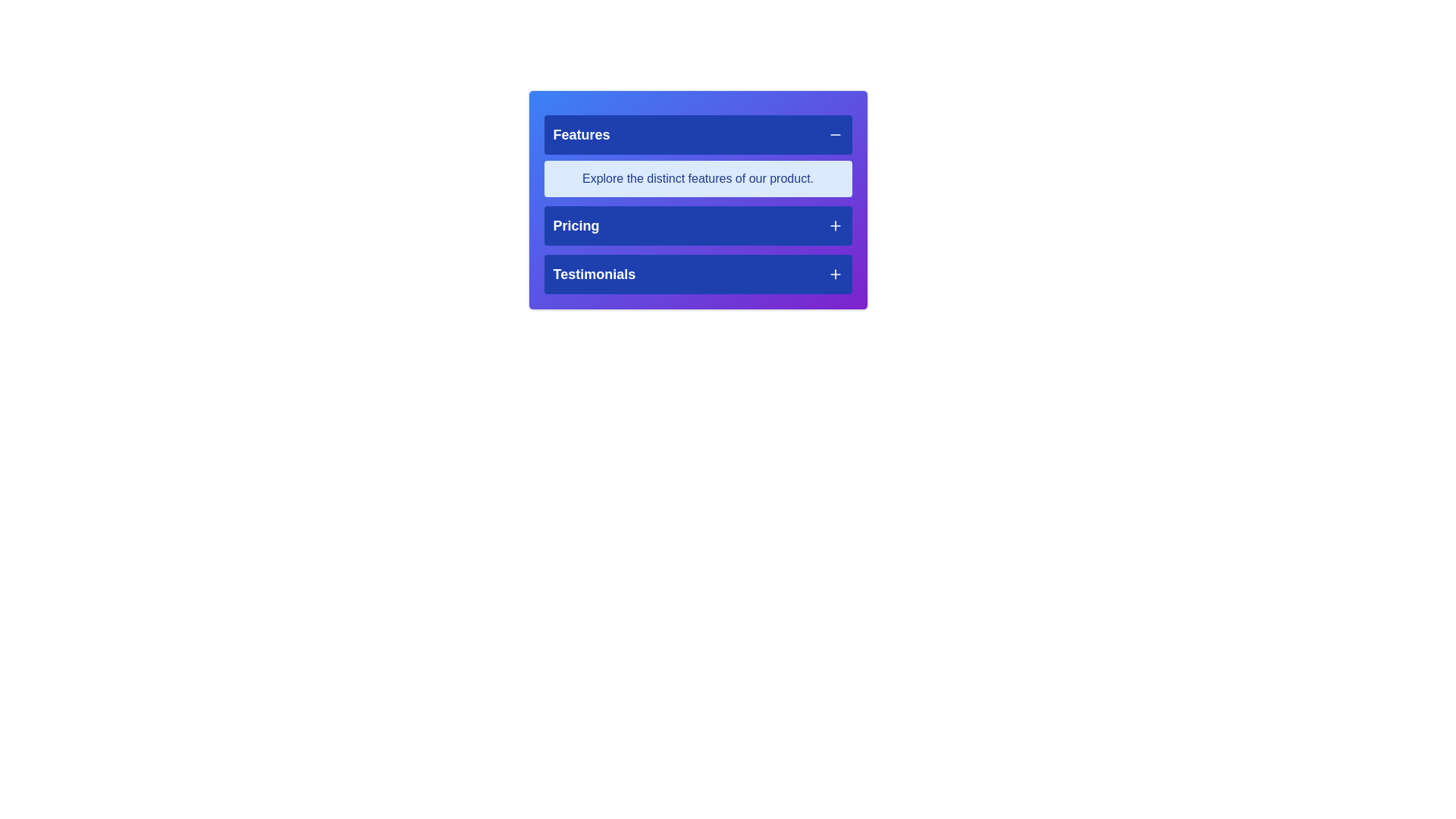 This screenshot has width=1456, height=819. What do you see at coordinates (834, 275) in the screenshot?
I see `the Icon button located at the right end of the 'Testimonials' block` at bounding box center [834, 275].